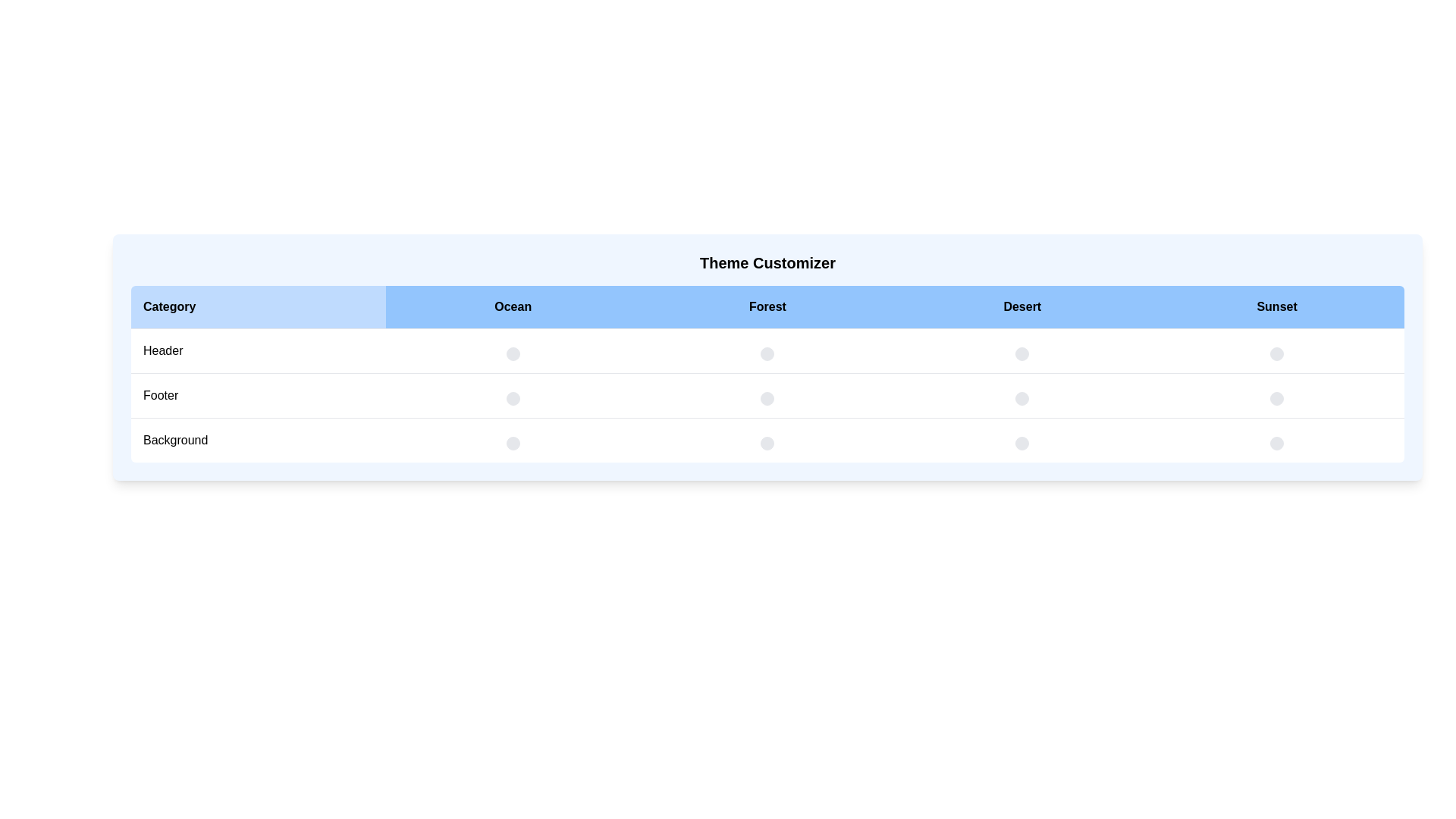  I want to click on the interactive button in the third row and fourth column of the 'Theme Customizer' grid, so click(1022, 440).